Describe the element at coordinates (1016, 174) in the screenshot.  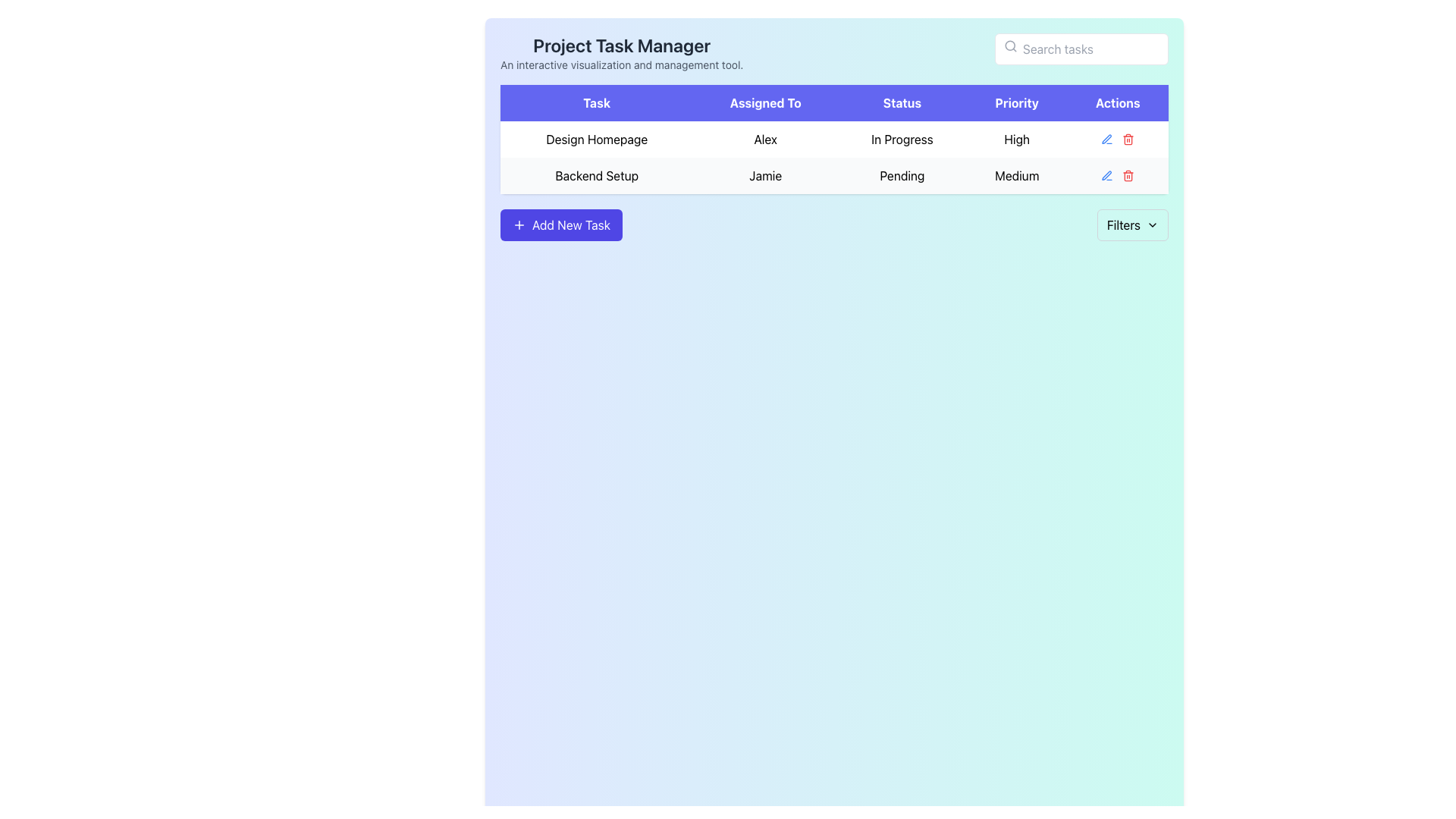
I see `the text label displaying 'Medium' in the 'Priority' column of the 'Backend Setup' task row` at that location.